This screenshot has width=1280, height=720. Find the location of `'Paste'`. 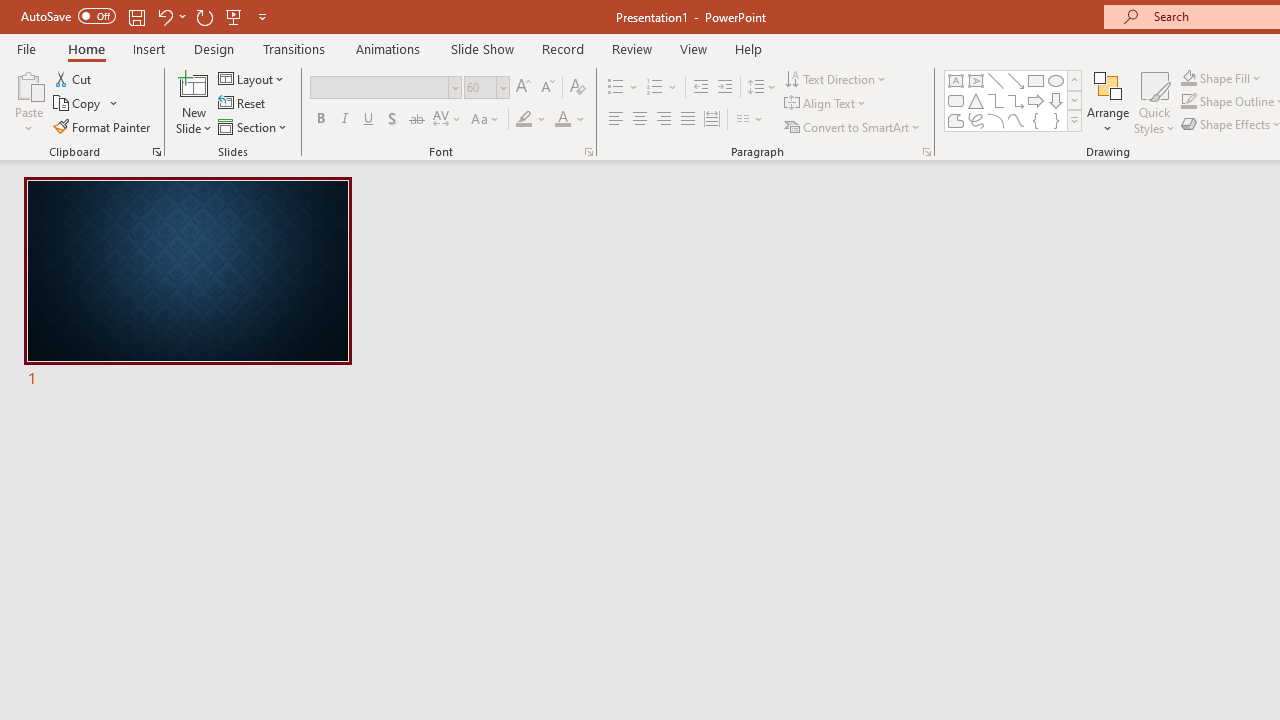

'Paste' is located at coordinates (28, 84).